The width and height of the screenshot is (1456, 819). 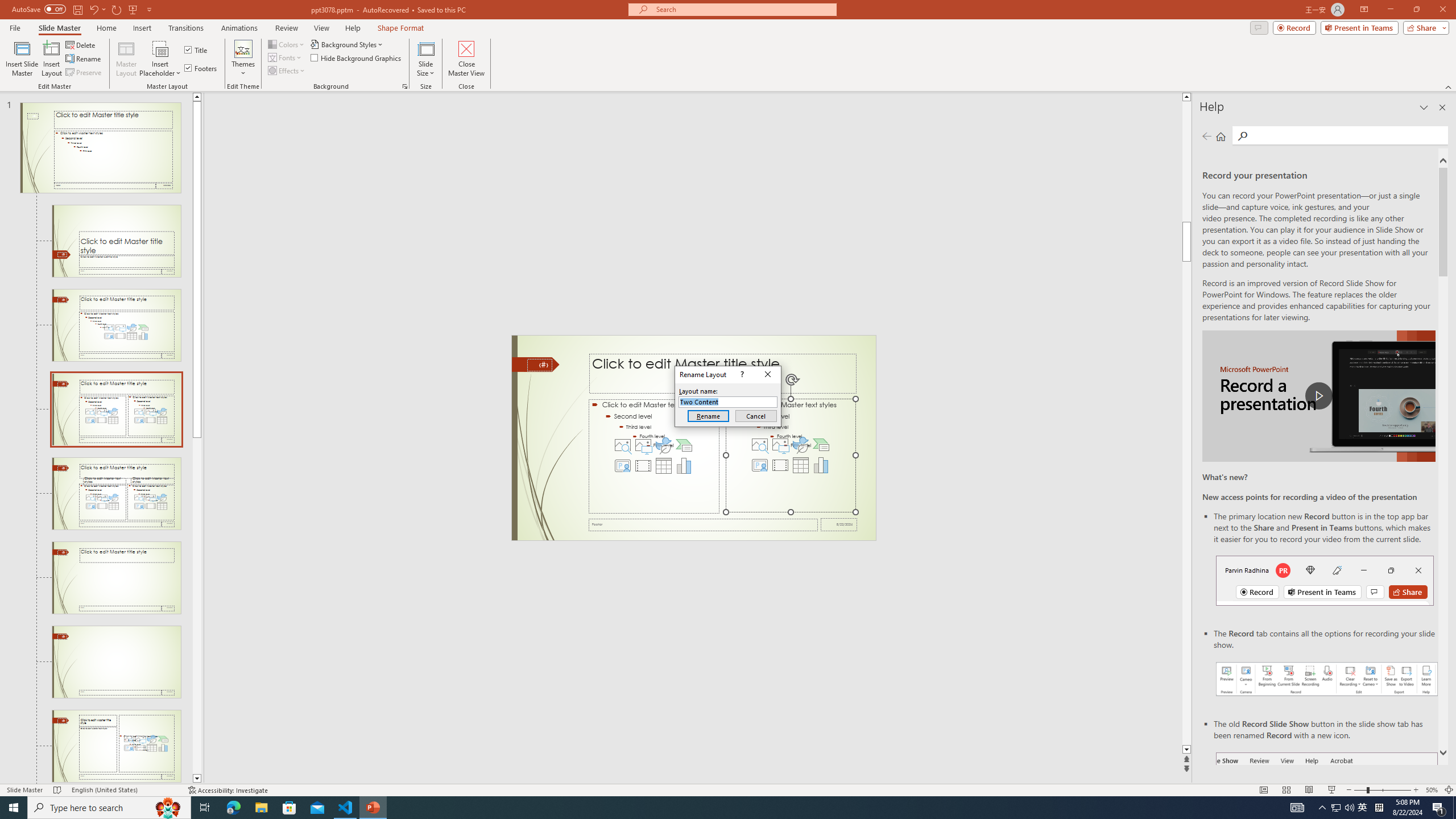 What do you see at coordinates (287, 69) in the screenshot?
I see `'Effects'` at bounding box center [287, 69].